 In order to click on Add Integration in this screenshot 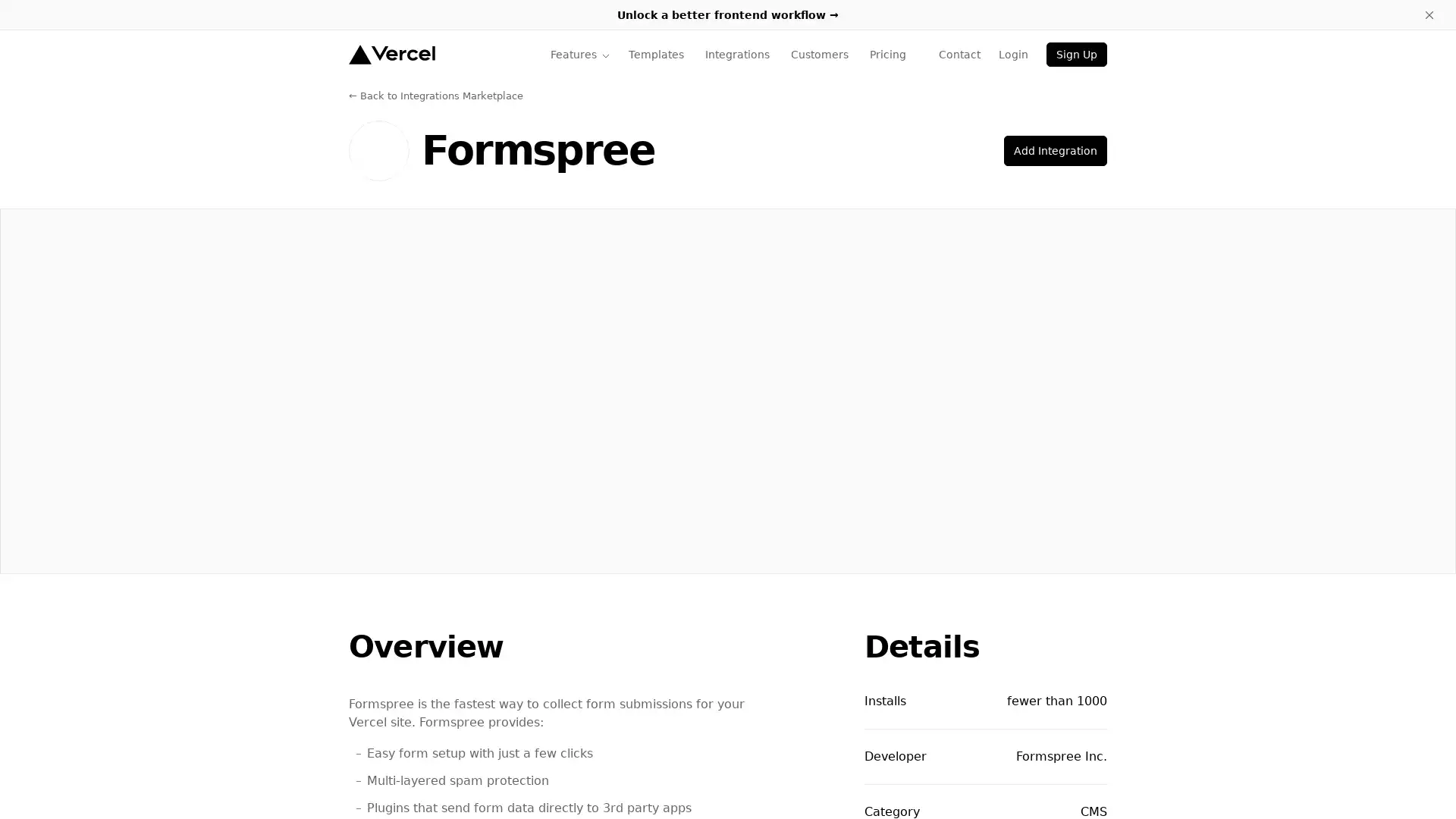, I will do `click(1055, 151)`.